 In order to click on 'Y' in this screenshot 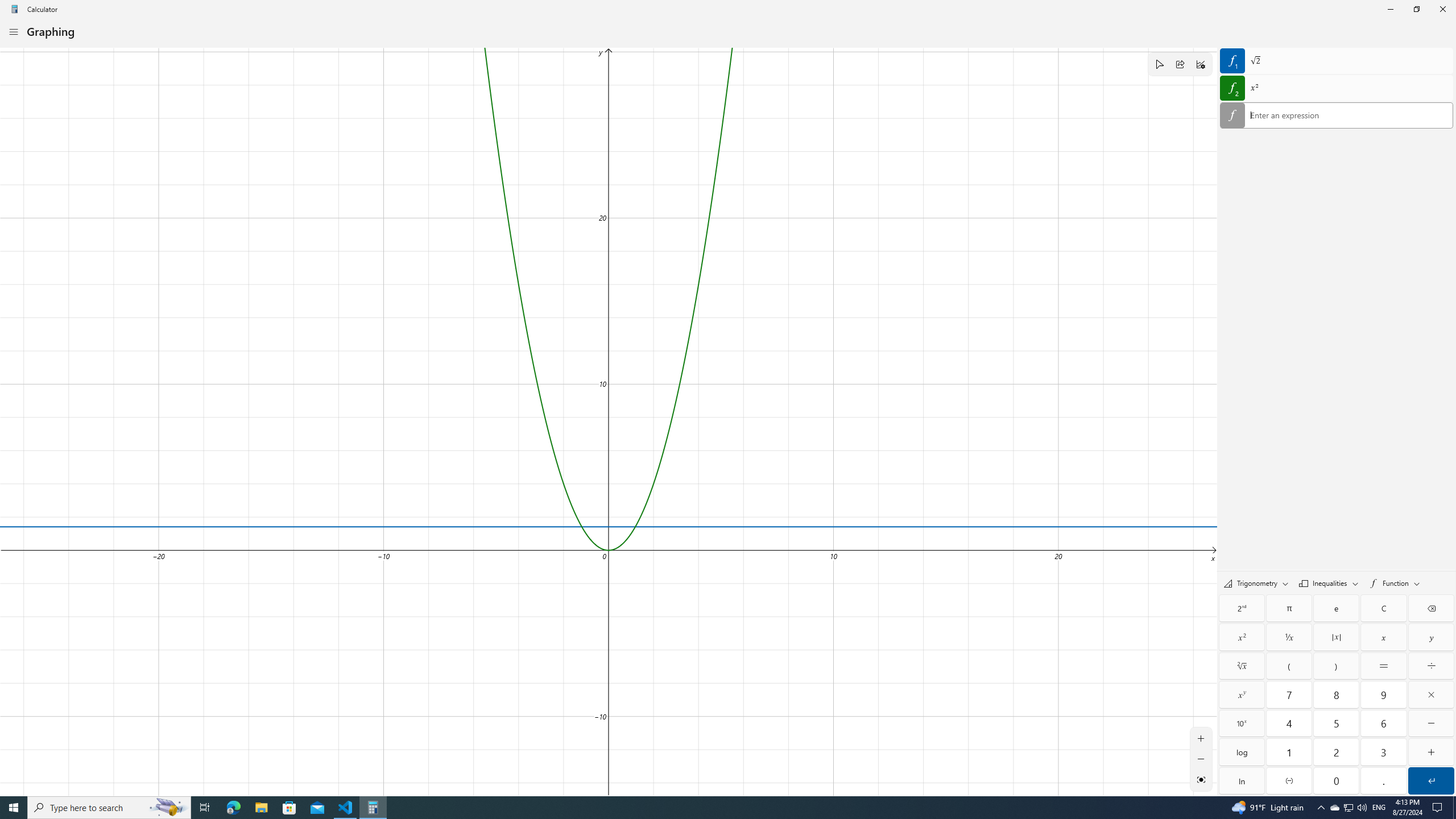, I will do `click(1430, 636)`.